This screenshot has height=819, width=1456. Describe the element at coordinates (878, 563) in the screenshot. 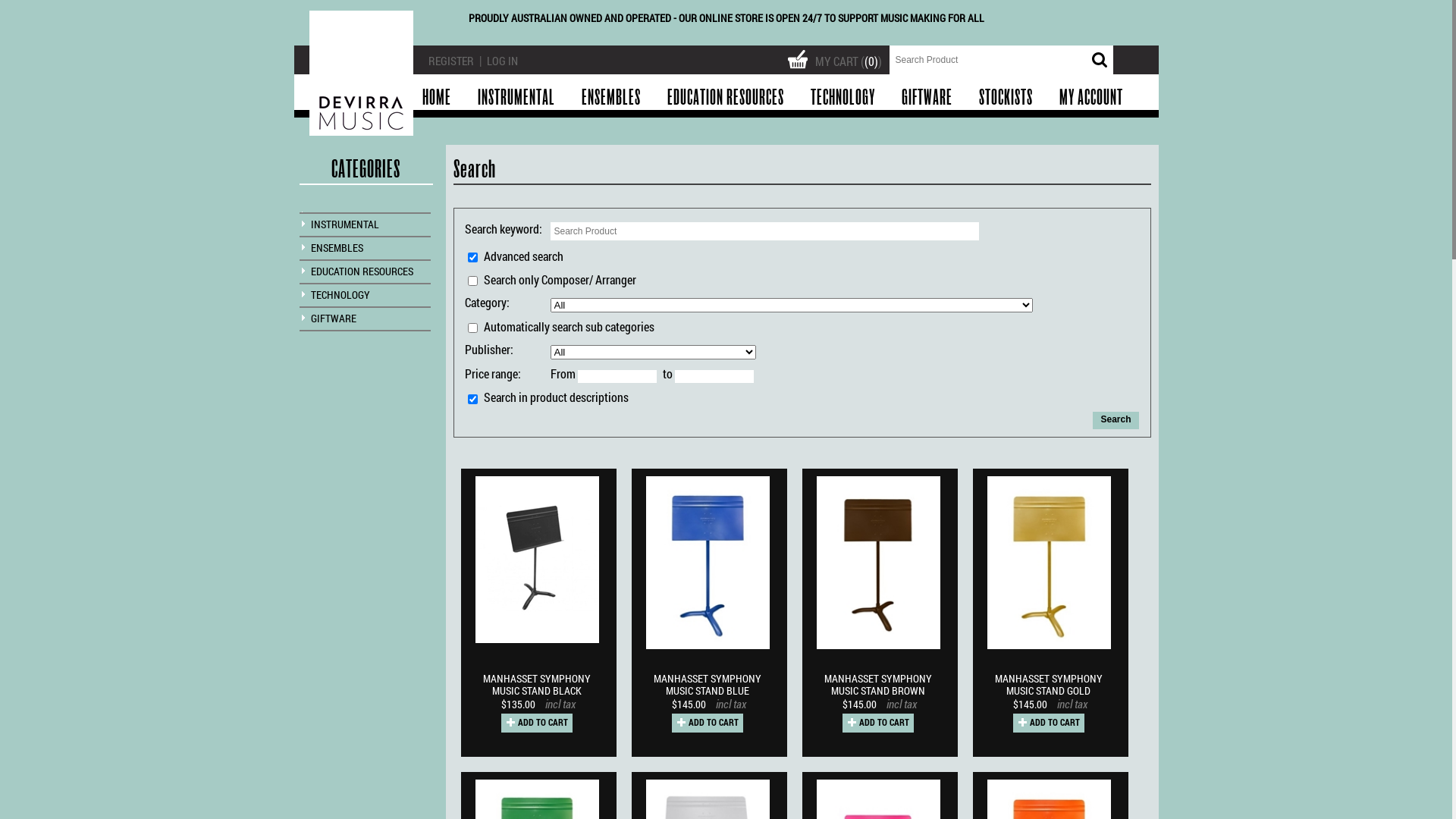

I see `'Show details for Manhasset Symphony Music Stand Brown'` at that location.